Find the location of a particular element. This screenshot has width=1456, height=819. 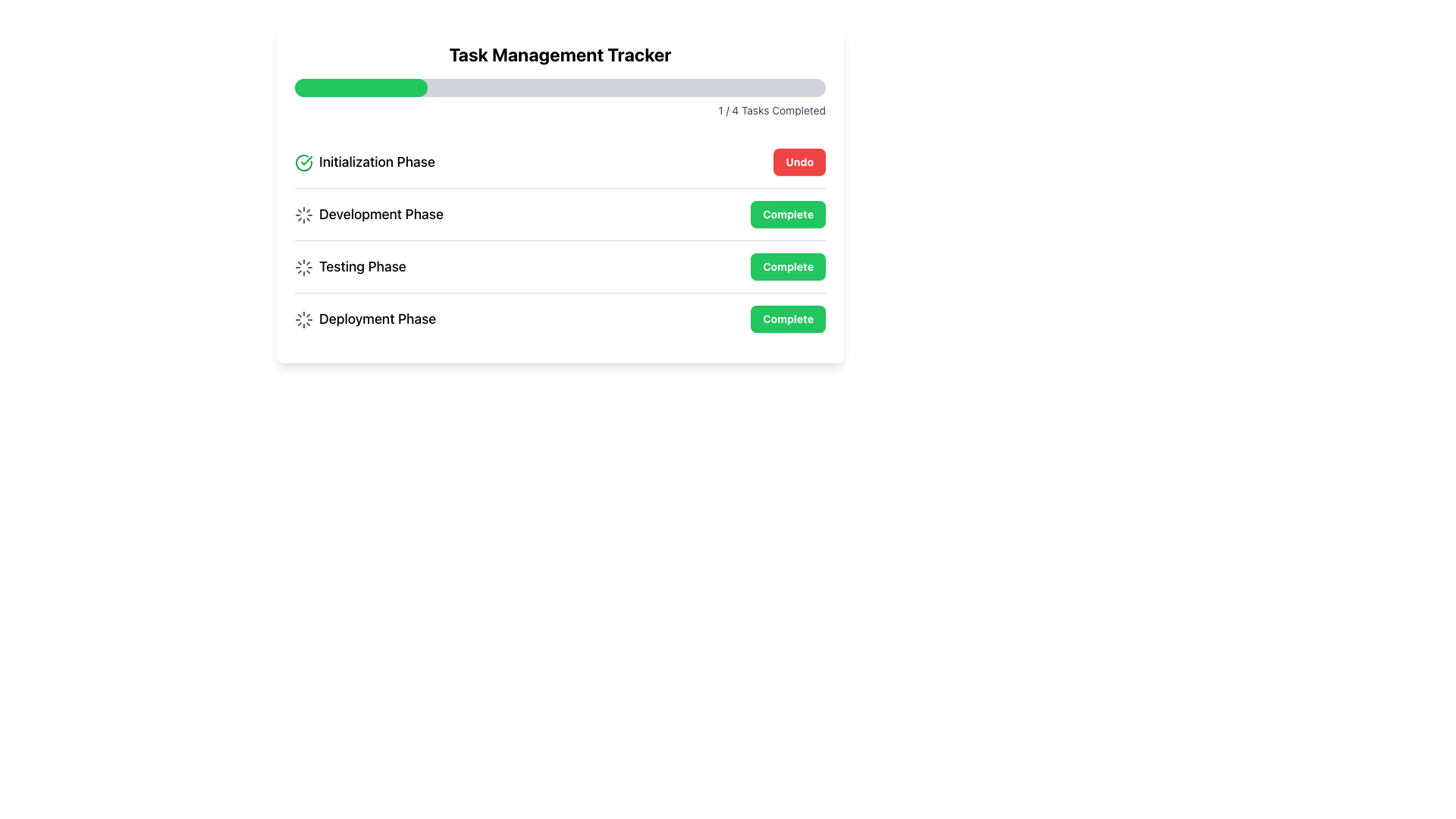

the static text element that represents the ongoing phase in a task management tracker, located below the 'Initialization Phase' section and aligned with the spinner icon and 'Complete' button is located at coordinates (369, 214).